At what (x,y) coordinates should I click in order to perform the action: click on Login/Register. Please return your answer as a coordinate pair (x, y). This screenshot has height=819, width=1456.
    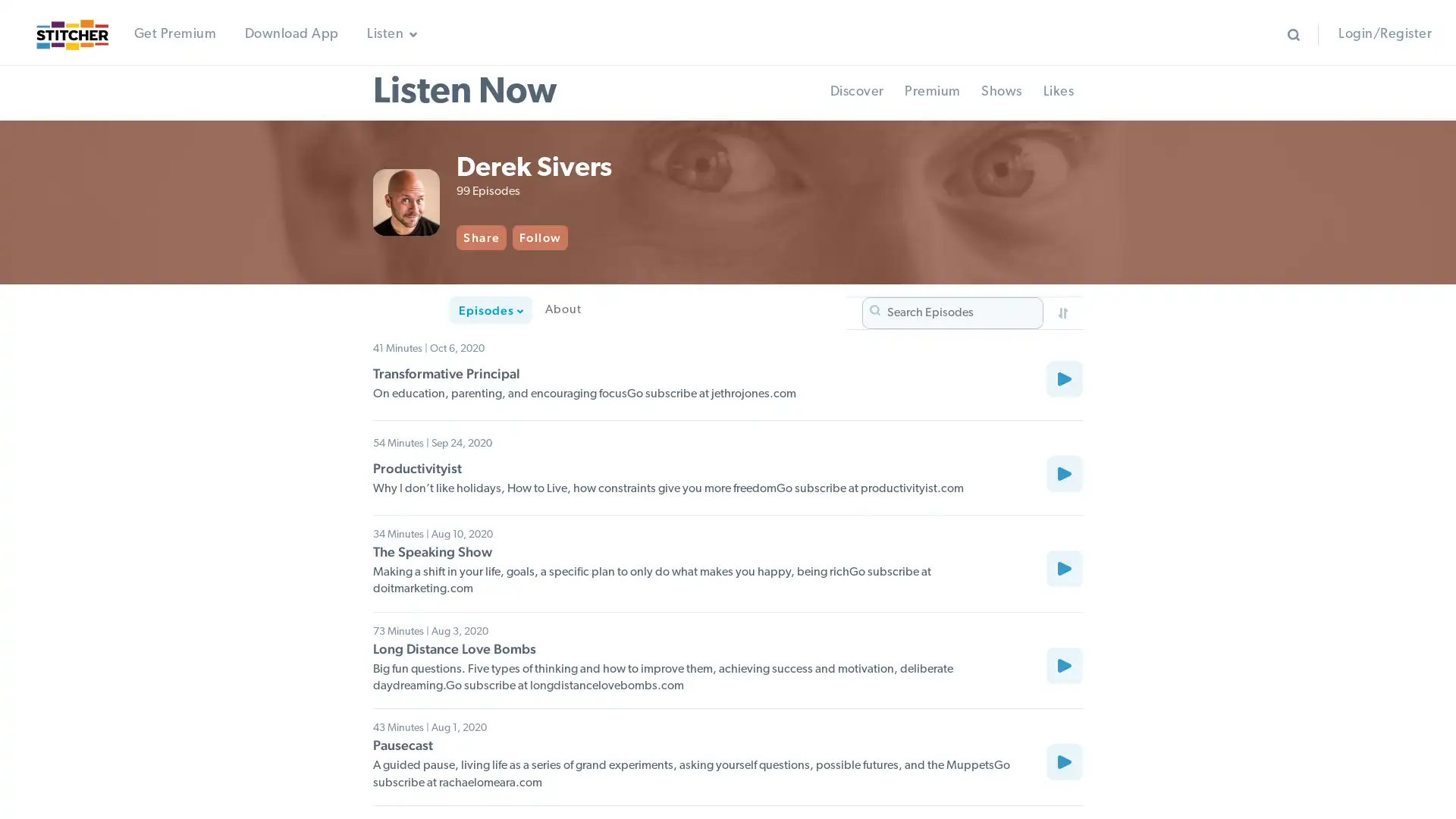
    Looking at the image, I should click on (1384, 34).